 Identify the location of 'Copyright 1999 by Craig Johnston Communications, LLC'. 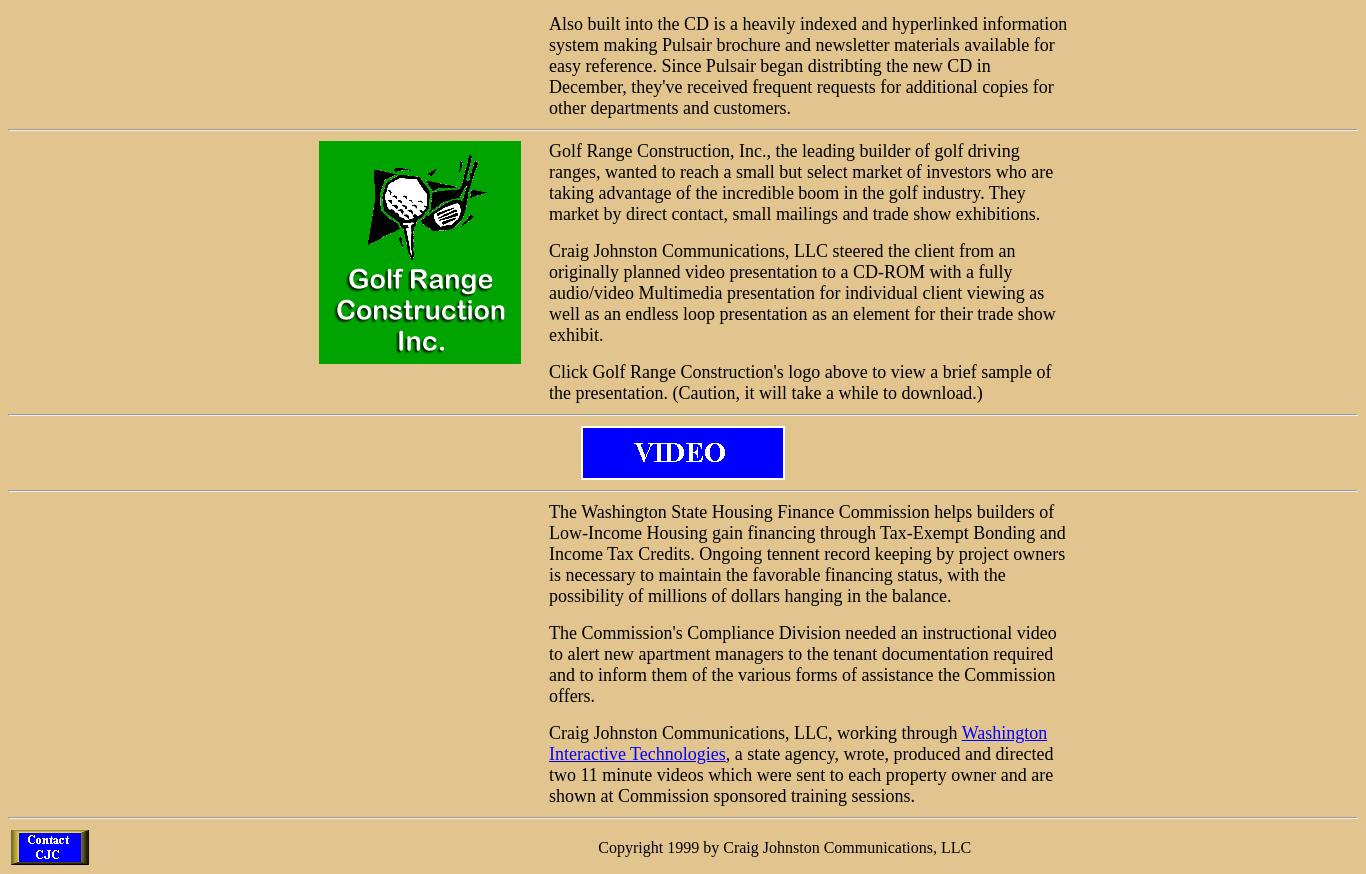
(784, 846).